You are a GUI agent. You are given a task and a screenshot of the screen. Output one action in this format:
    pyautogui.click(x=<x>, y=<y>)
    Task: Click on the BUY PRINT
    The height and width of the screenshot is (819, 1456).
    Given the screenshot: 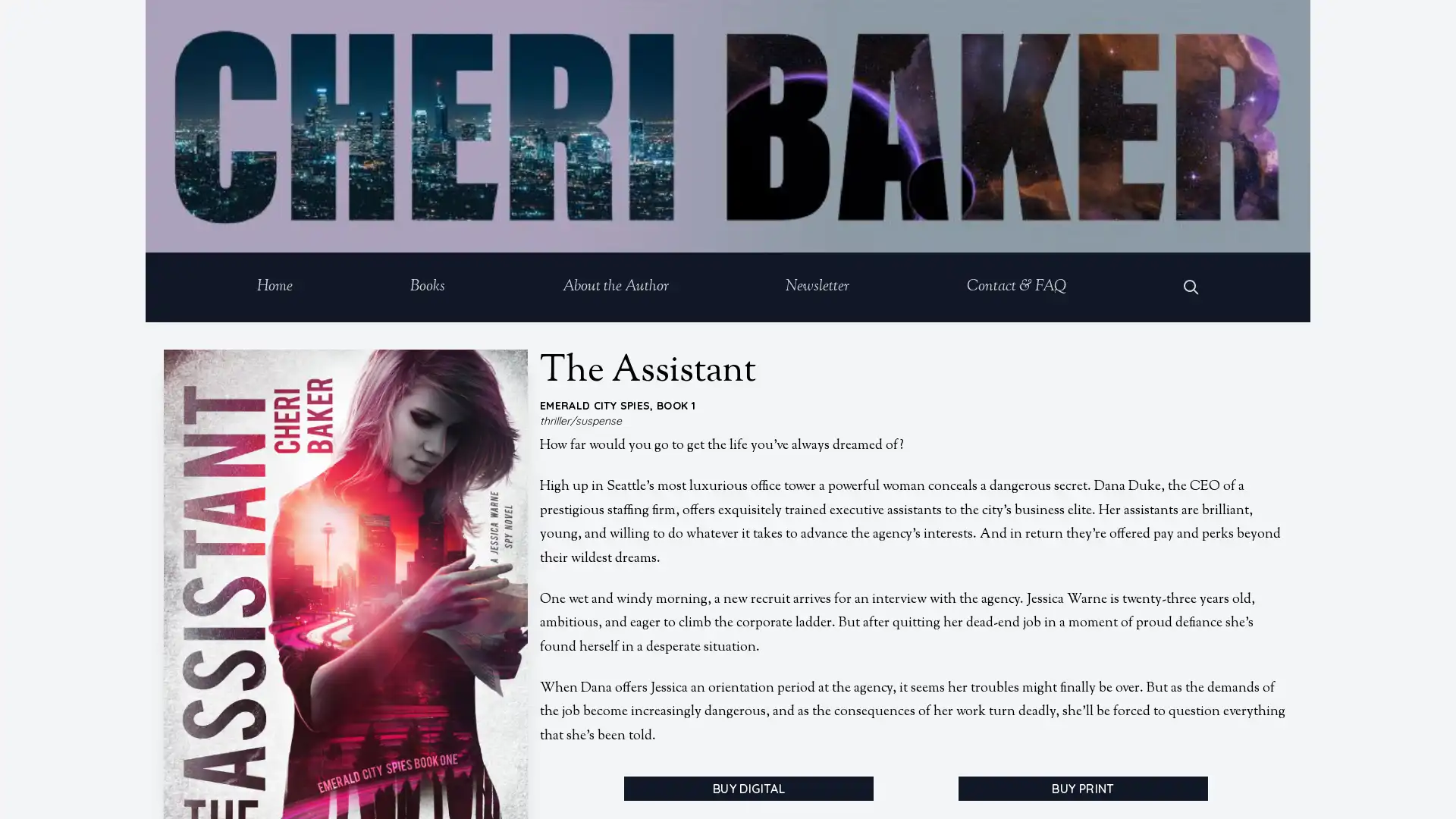 What is the action you would take?
    pyautogui.click(x=1082, y=786)
    